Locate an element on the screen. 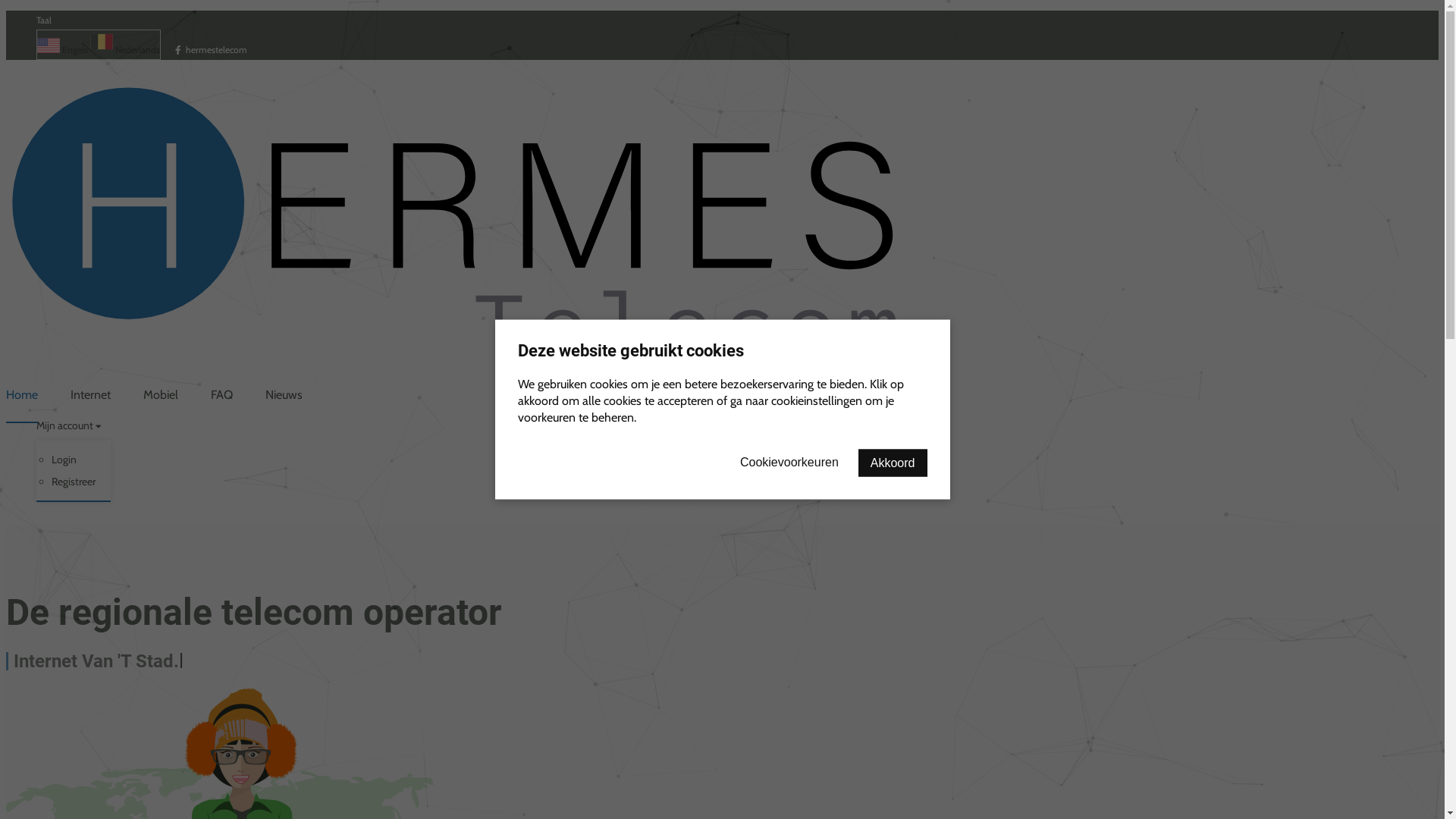 This screenshot has height=819, width=1456. 'Nieuws' is located at coordinates (284, 394).